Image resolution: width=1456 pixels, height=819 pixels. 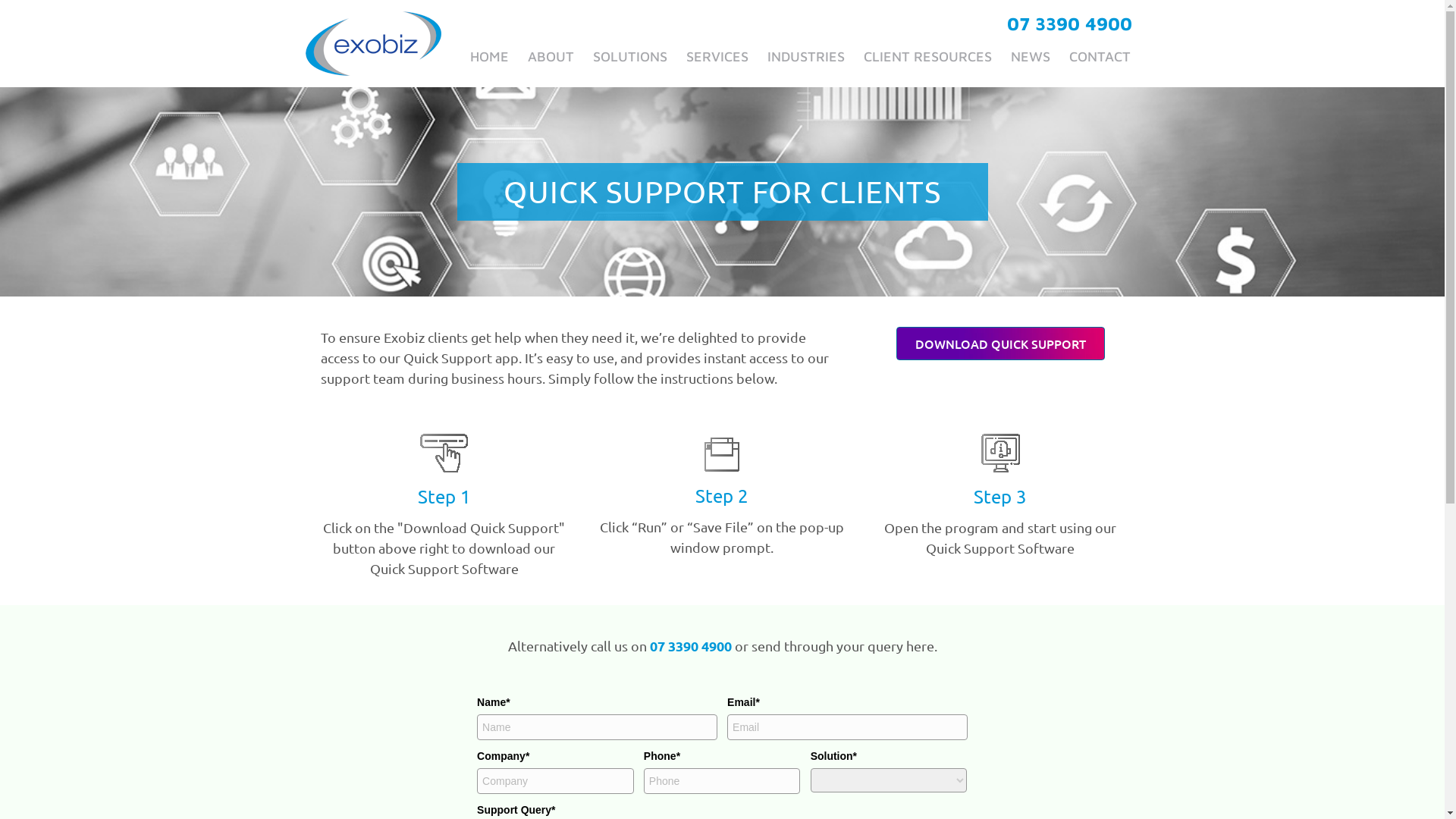 I want to click on 'icn-open-program-start-bw', so click(x=1000, y=452).